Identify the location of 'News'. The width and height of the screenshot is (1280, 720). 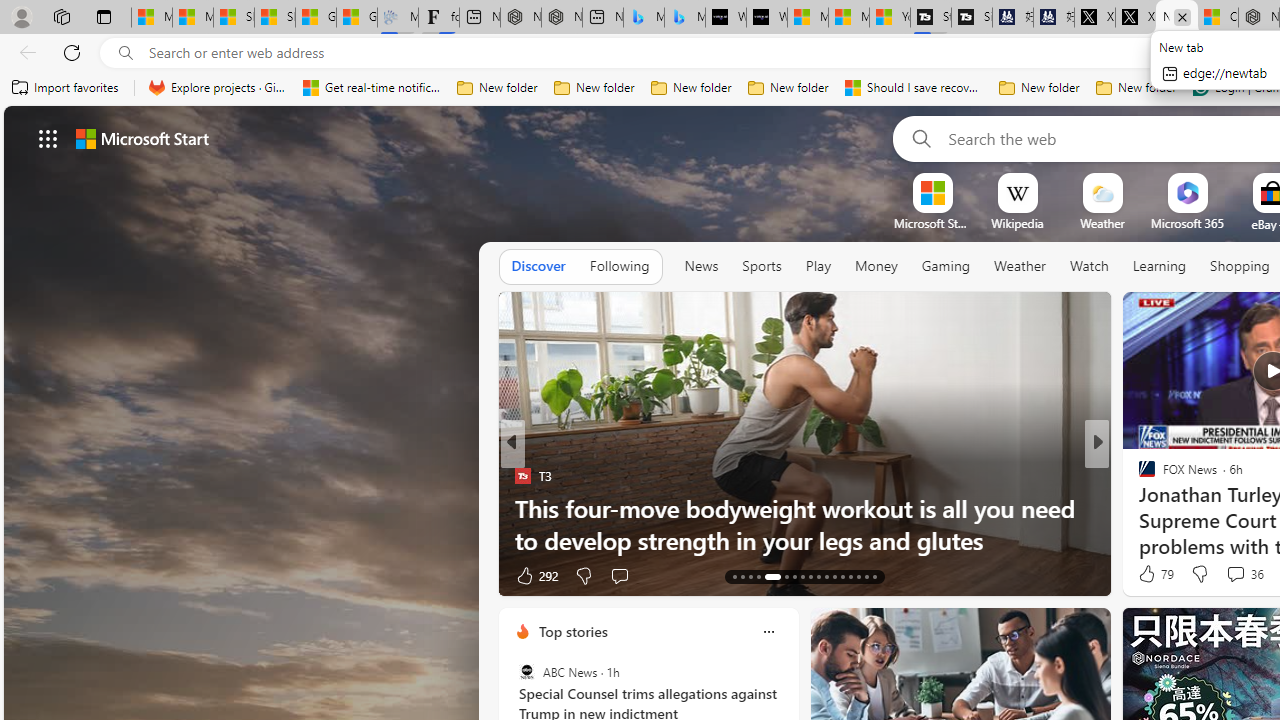
(701, 265).